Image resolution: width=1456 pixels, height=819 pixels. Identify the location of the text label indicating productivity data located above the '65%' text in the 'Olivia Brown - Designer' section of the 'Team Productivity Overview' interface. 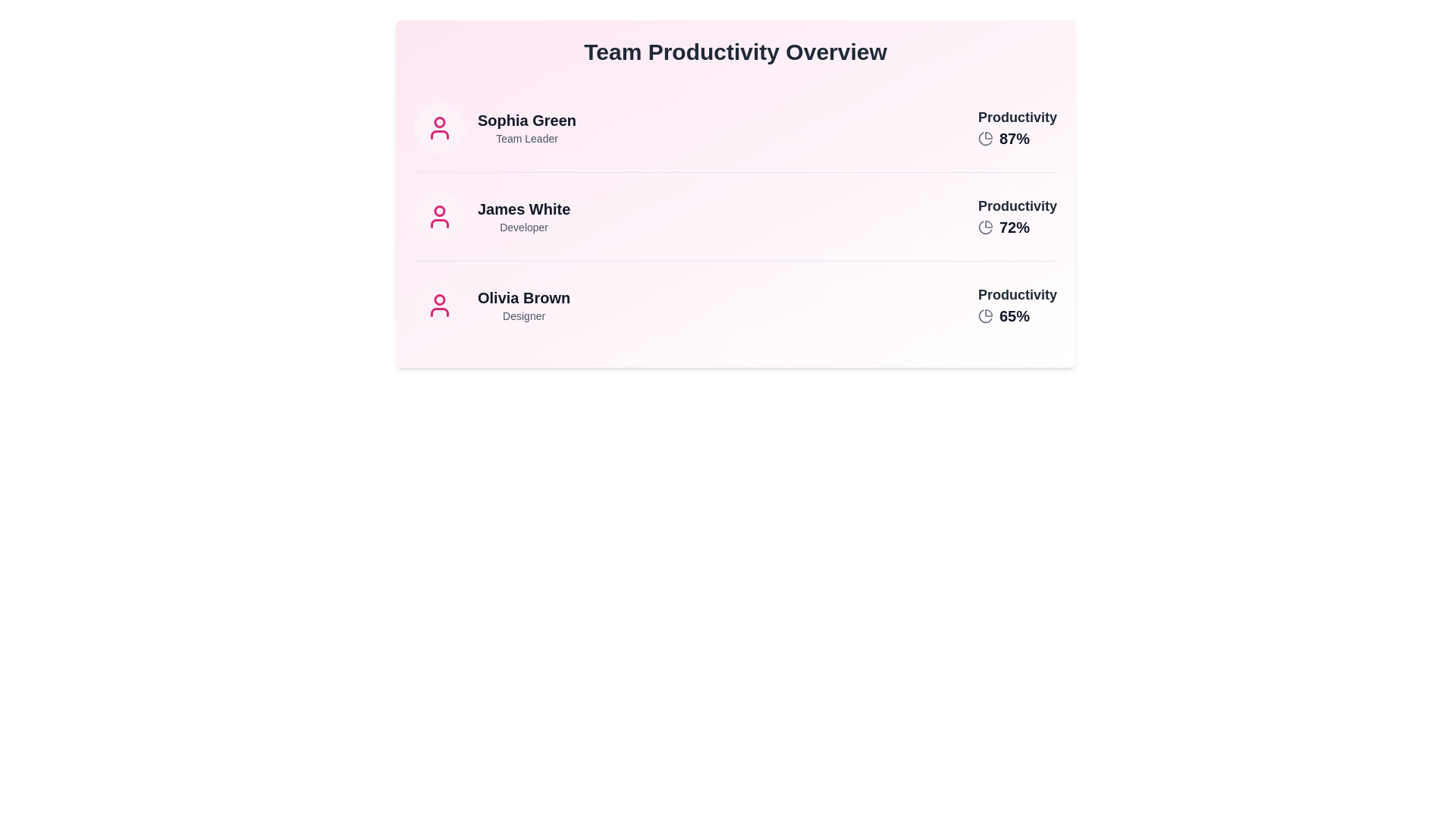
(1017, 295).